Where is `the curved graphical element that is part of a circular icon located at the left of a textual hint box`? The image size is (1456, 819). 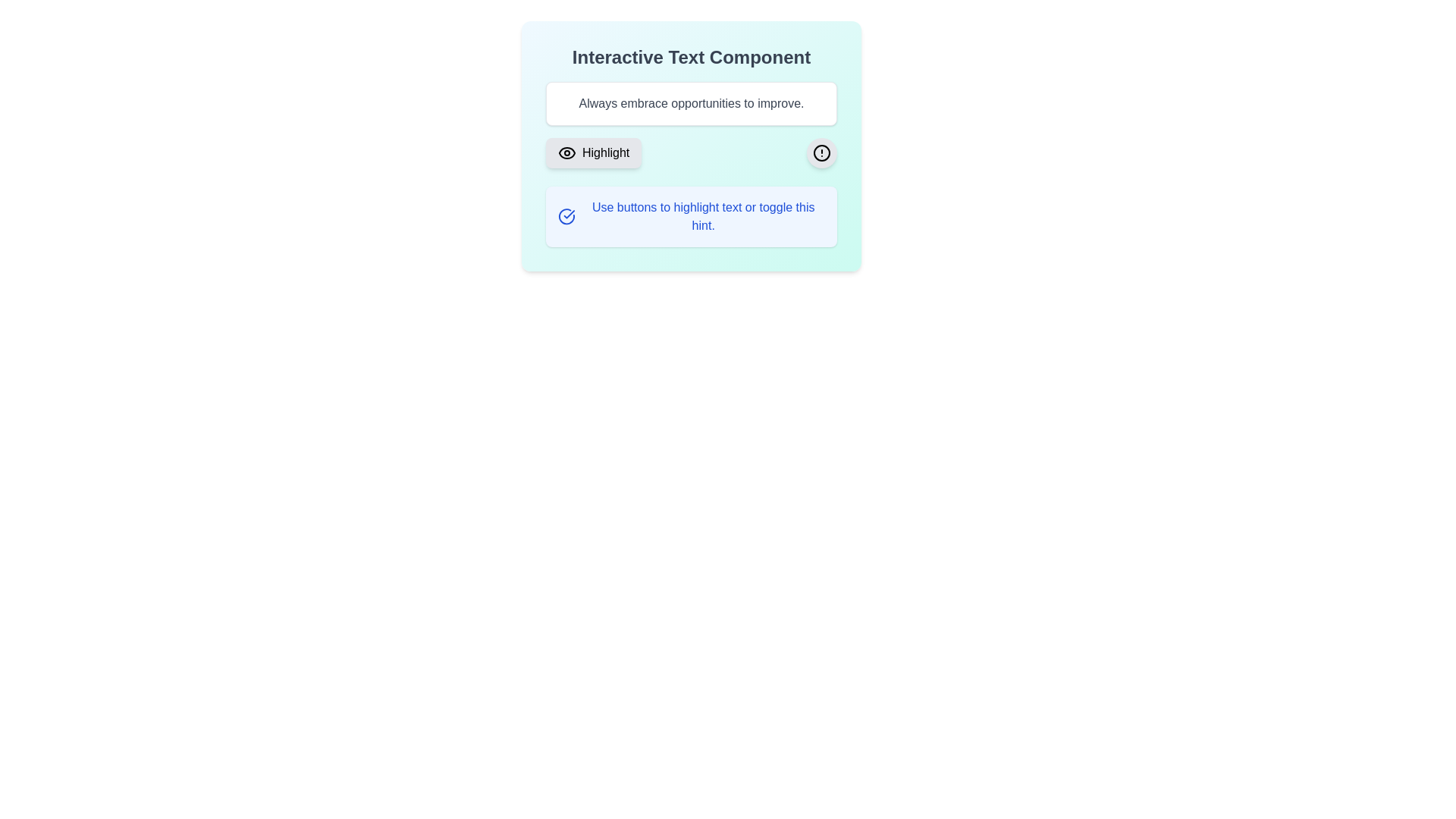
the curved graphical element that is part of a circular icon located at the left of a textual hint box is located at coordinates (566, 216).